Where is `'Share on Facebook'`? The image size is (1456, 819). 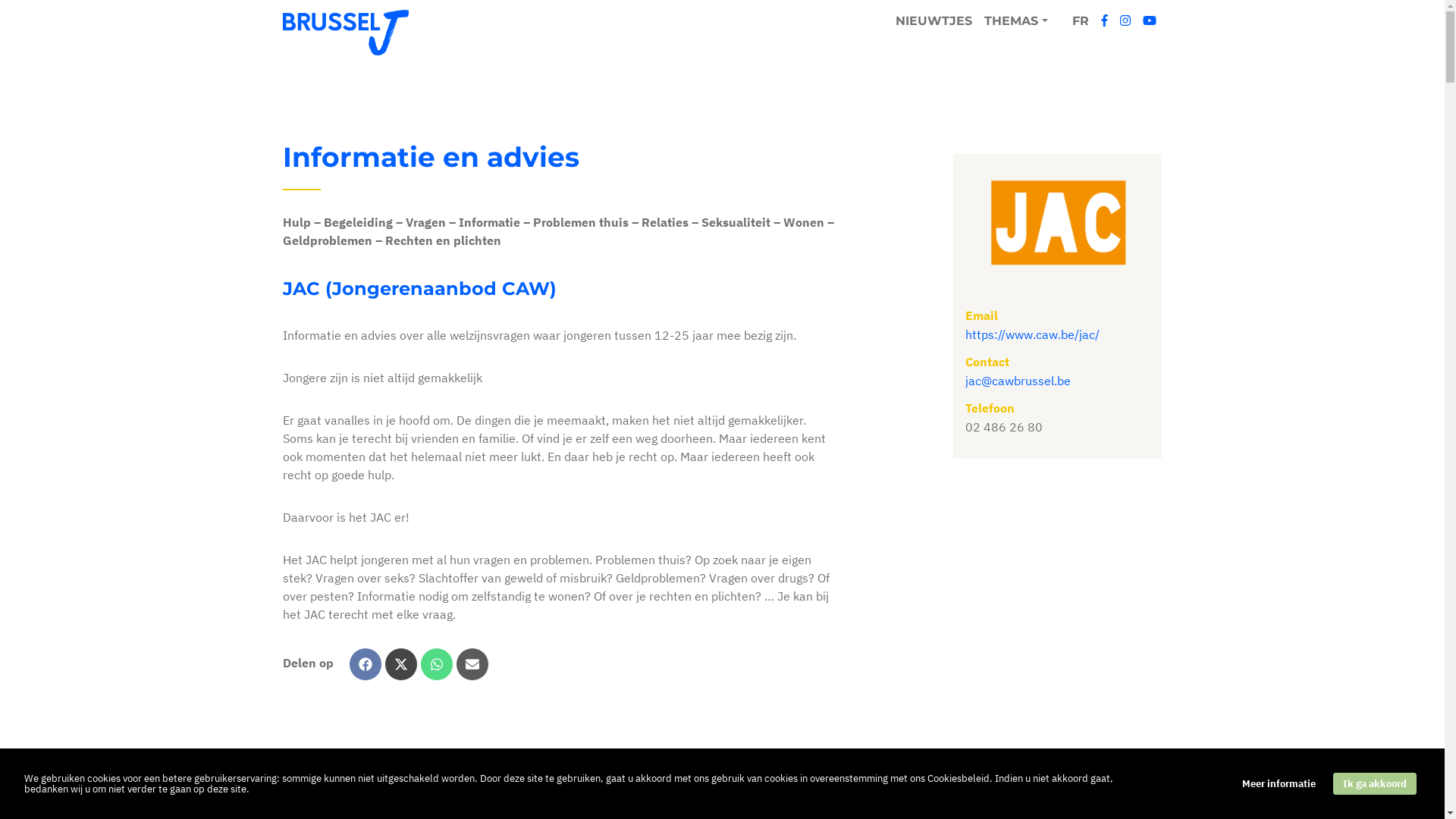
'Share on Facebook' is located at coordinates (365, 663).